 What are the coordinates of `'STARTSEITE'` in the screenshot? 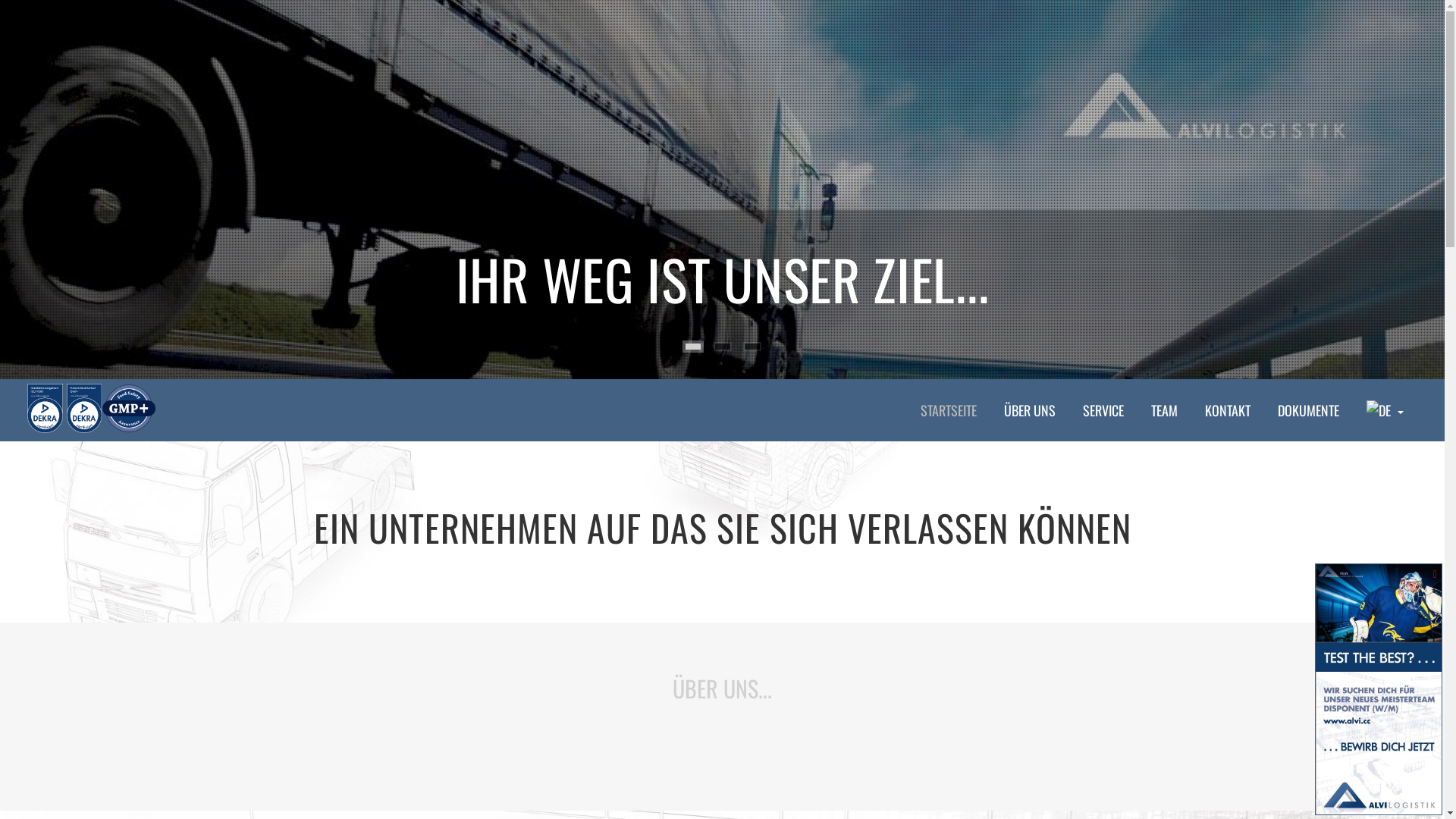 It's located at (948, 409).